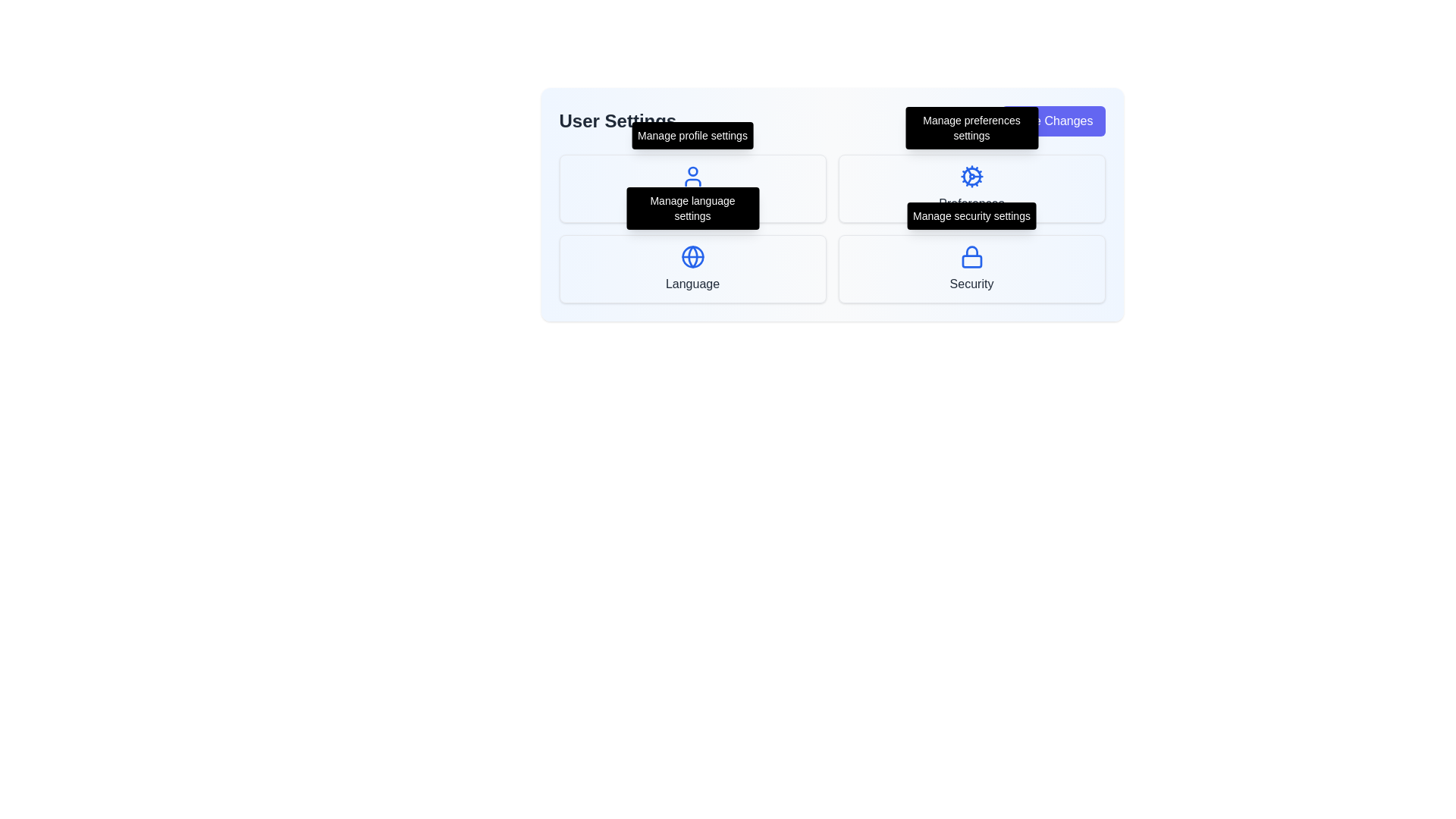  Describe the element at coordinates (971, 260) in the screenshot. I see `the rectangular shape at the bottom of the lock icon in the Security section of the User Settings interface` at that location.